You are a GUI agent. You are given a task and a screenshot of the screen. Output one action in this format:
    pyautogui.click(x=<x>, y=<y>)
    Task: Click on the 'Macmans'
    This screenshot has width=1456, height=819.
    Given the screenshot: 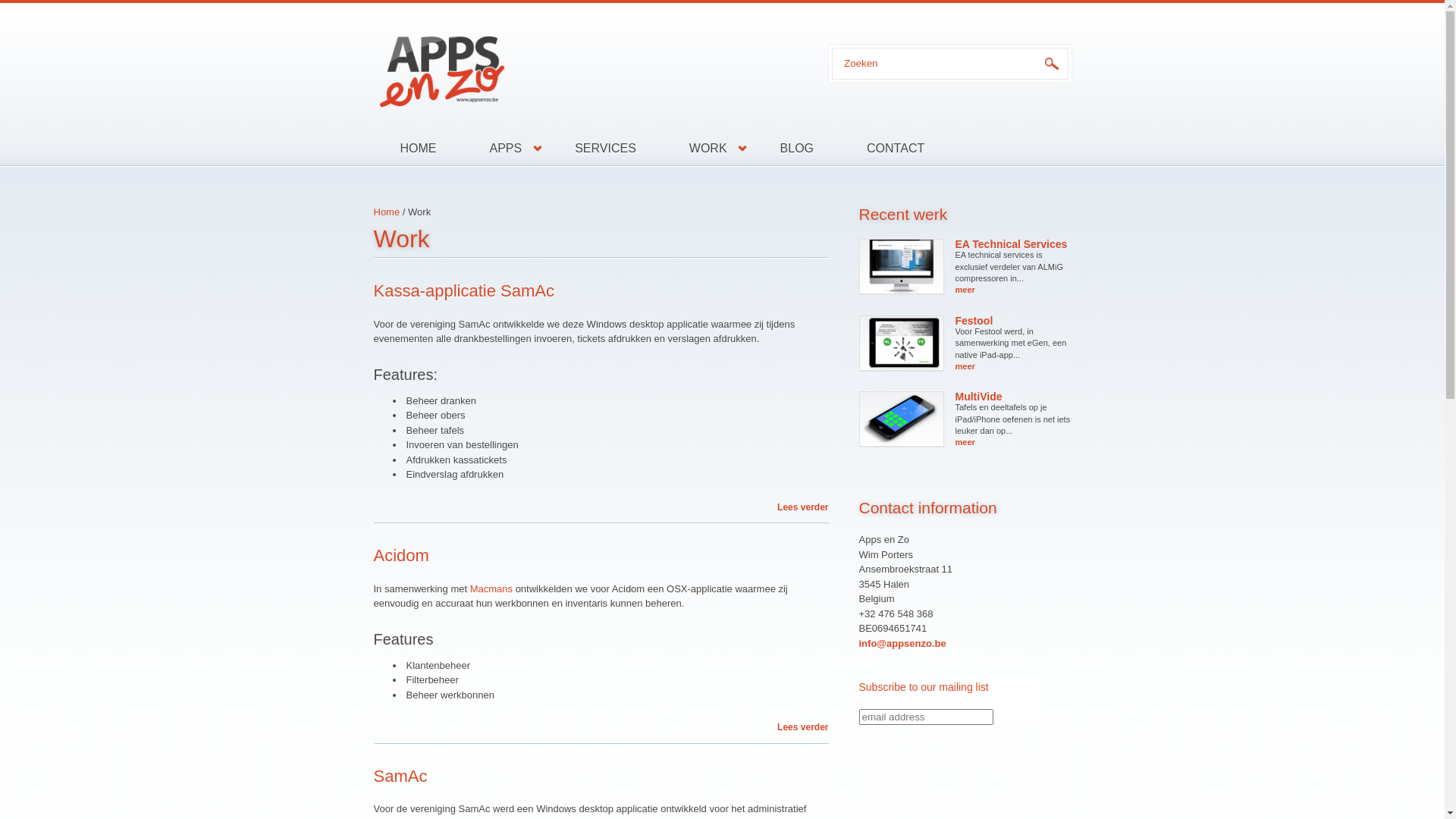 What is the action you would take?
    pyautogui.click(x=469, y=588)
    